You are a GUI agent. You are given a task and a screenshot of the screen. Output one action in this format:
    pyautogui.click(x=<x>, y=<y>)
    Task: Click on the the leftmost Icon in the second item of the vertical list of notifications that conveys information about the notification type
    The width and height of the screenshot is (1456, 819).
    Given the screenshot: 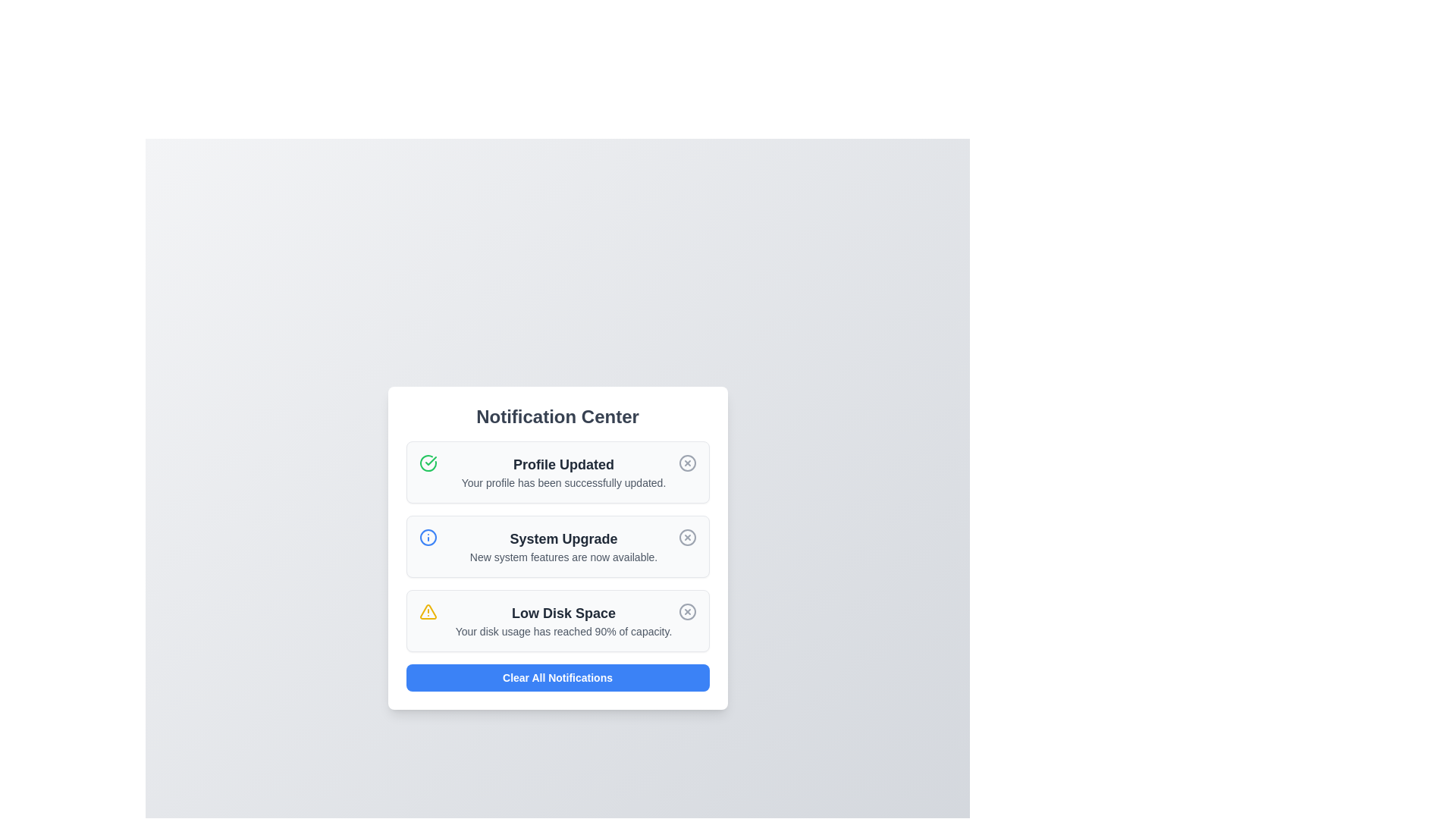 What is the action you would take?
    pyautogui.click(x=427, y=537)
    